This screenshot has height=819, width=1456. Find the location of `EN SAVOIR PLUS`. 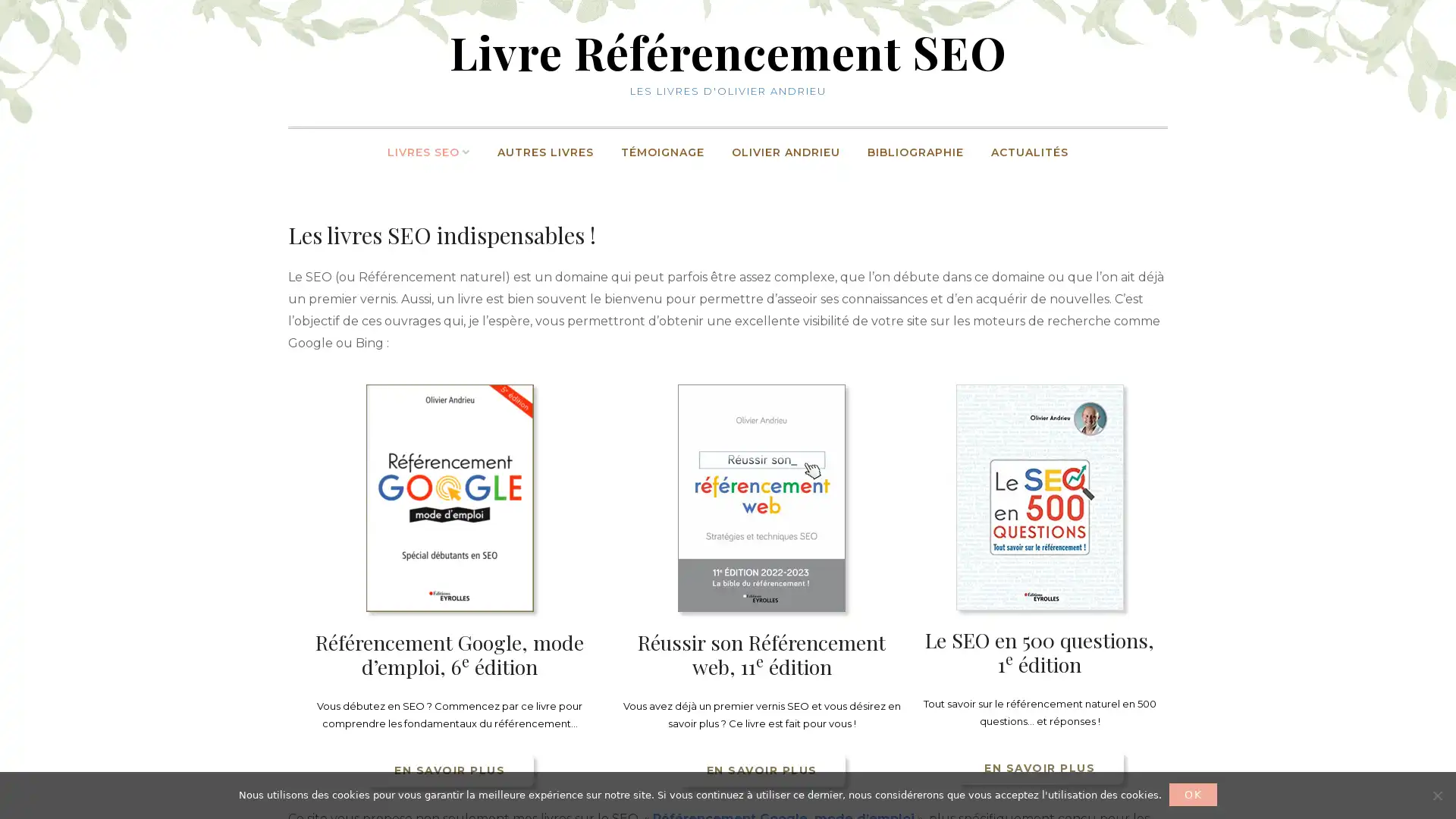

EN SAVOIR PLUS is located at coordinates (1038, 767).